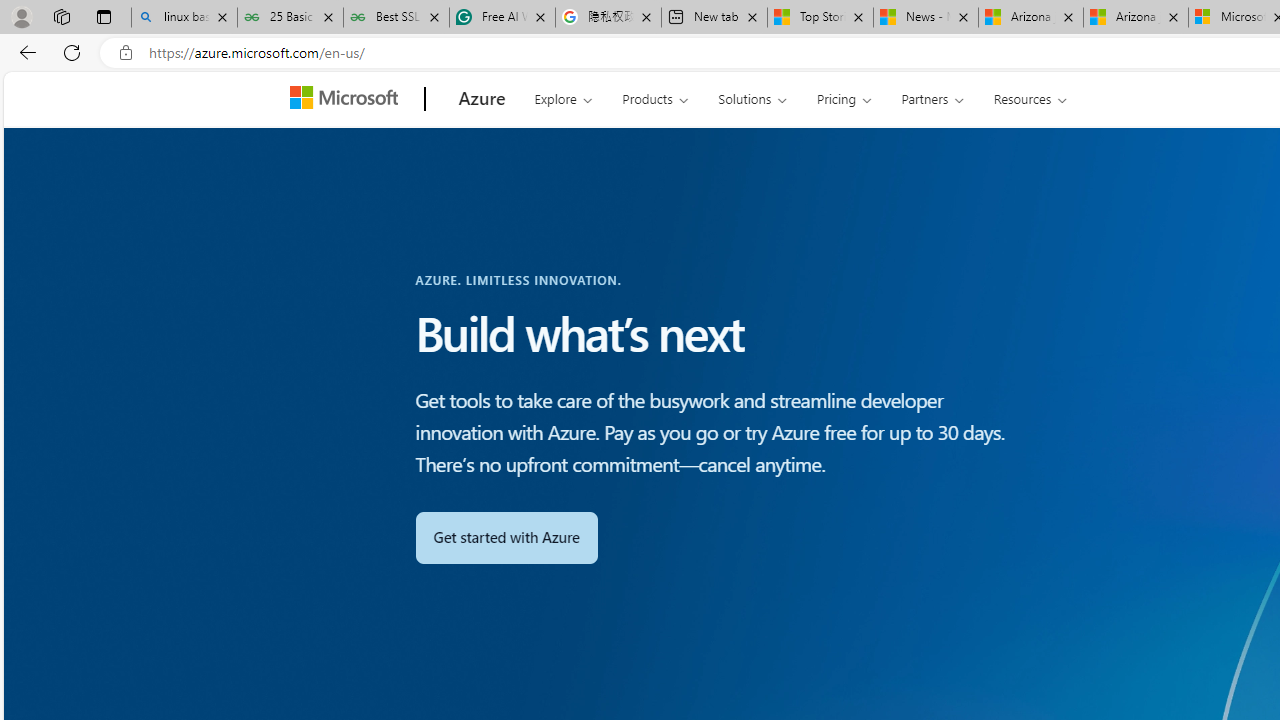 The image size is (1280, 720). I want to click on 'Get started with Pay as you go using Azure', so click(506, 536).